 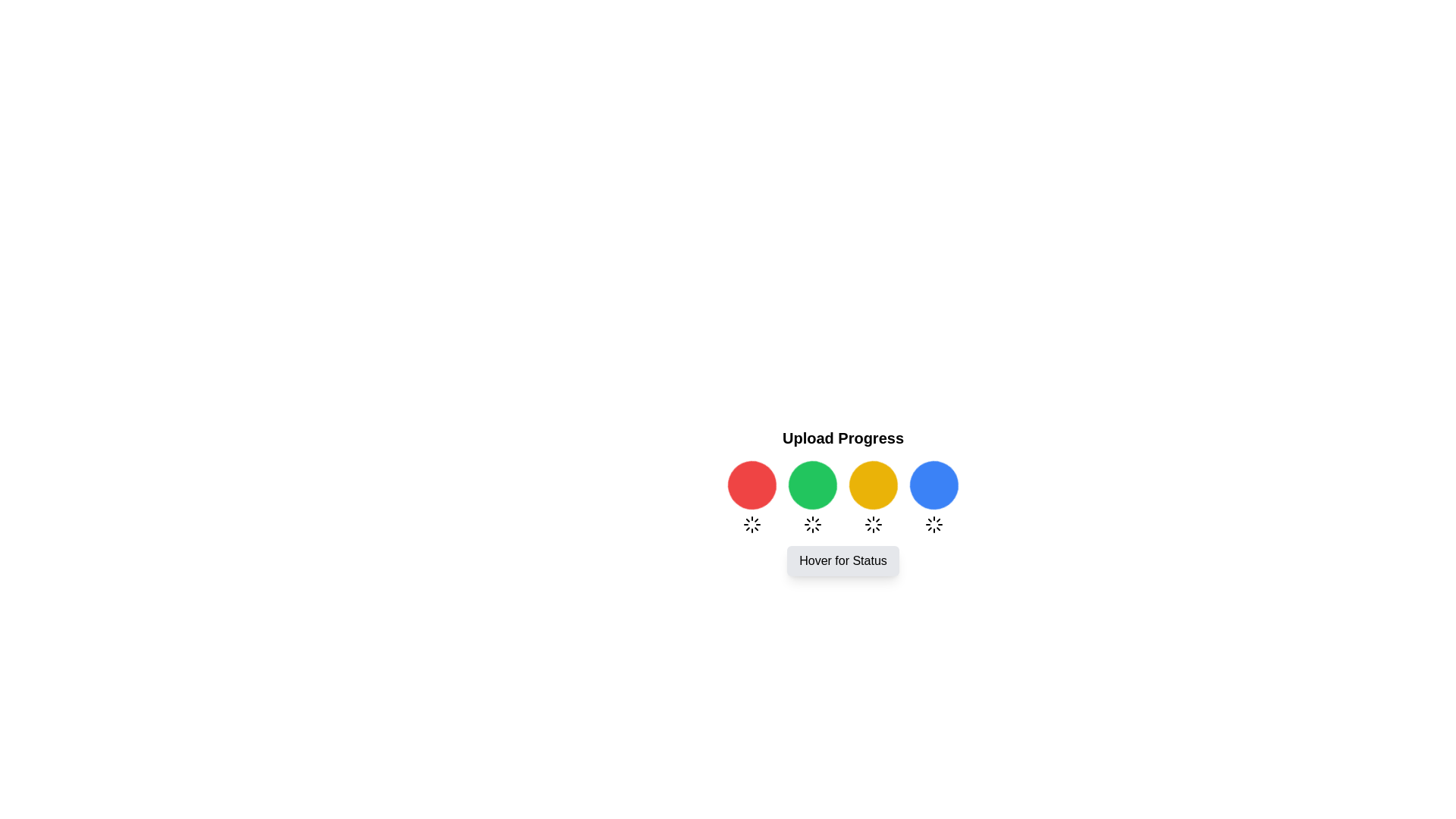 What do you see at coordinates (843, 561) in the screenshot?
I see `the 'Hover for Status' button, which is a rectangular button with a light gray background and rounded corners, located centrally beneath a row of colored circles in the 'Upload Progress' section` at bounding box center [843, 561].